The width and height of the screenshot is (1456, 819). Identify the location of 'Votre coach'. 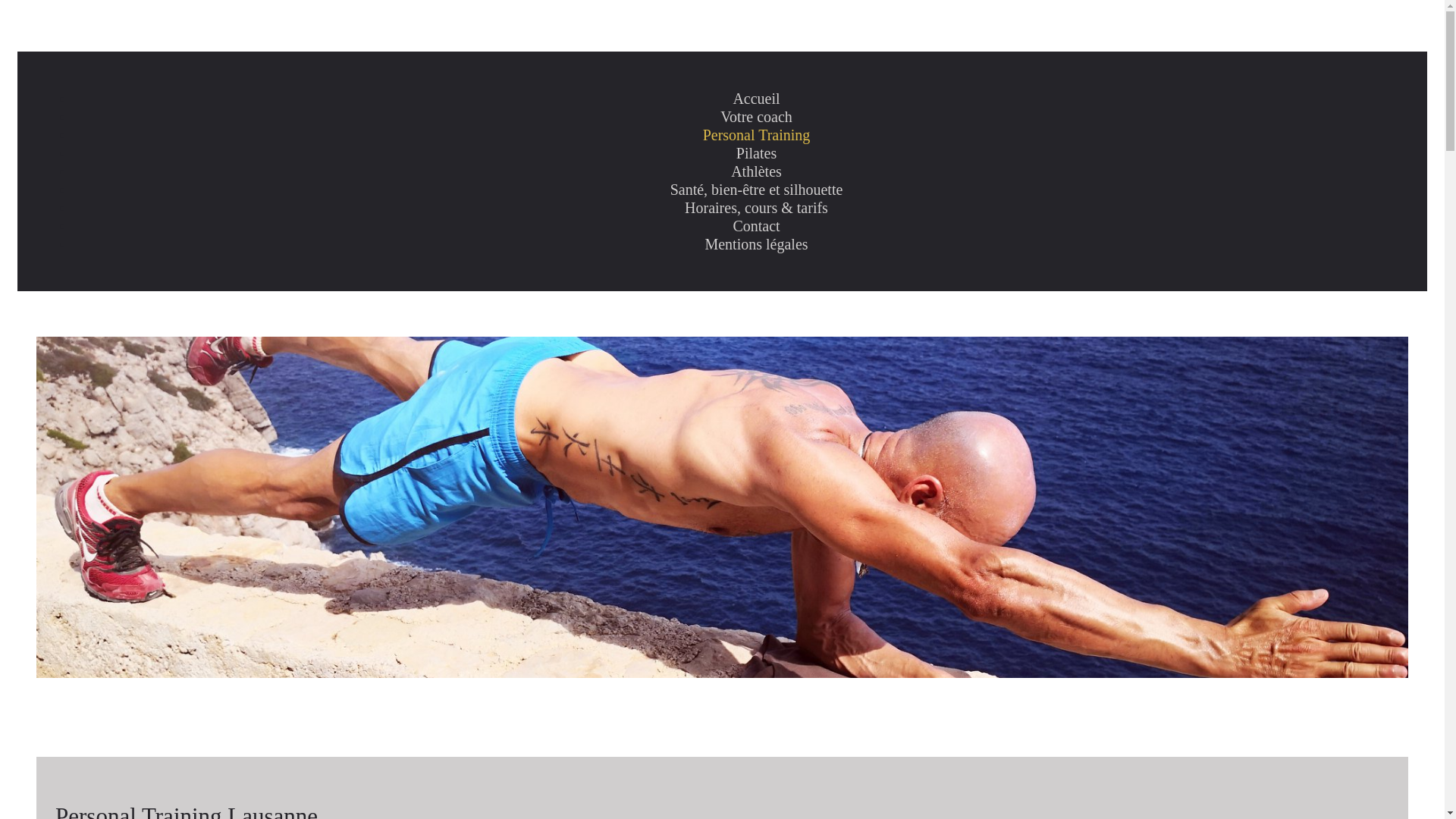
(756, 116).